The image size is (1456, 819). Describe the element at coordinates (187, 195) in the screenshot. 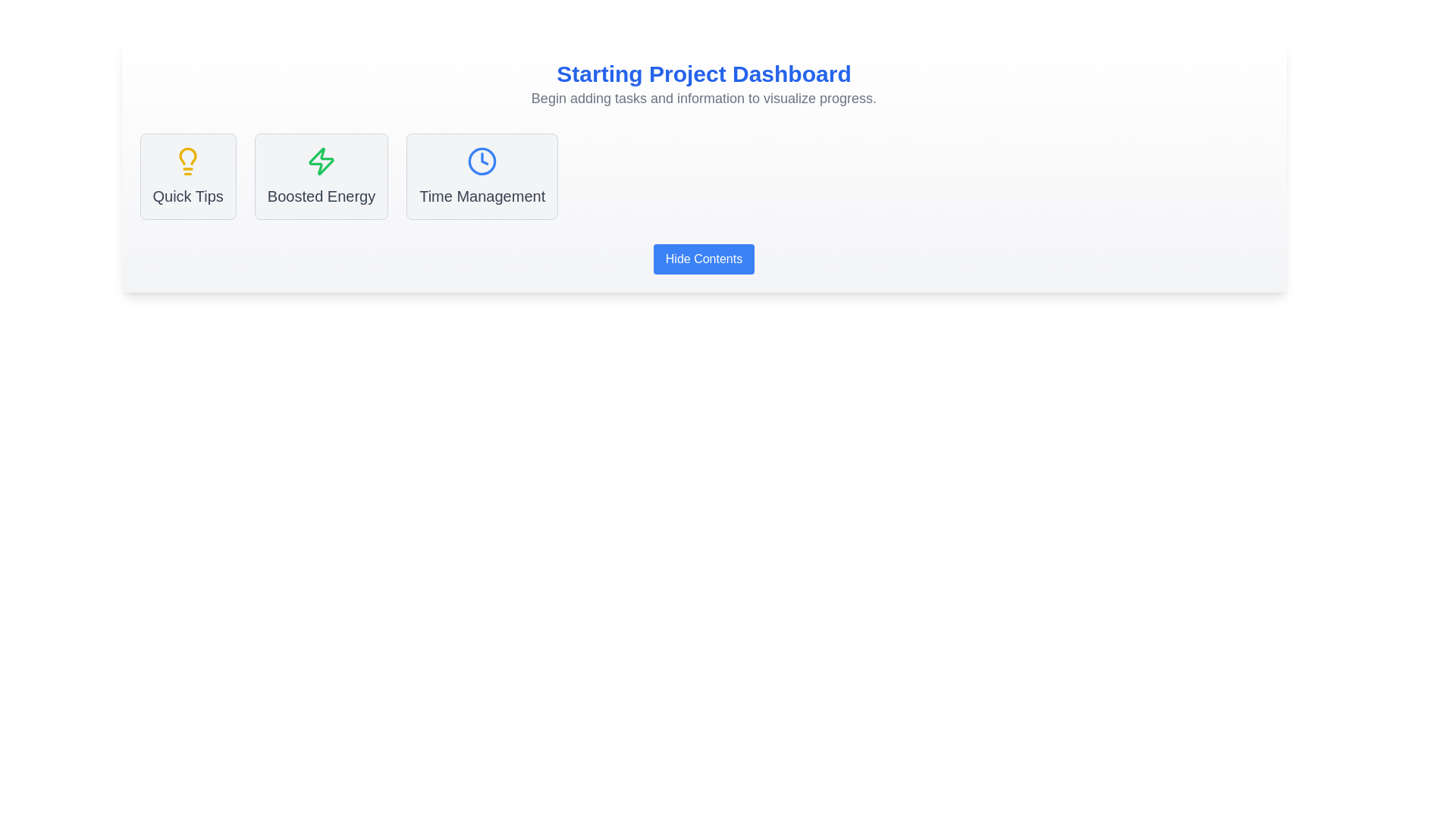

I see `the 'Quick Tips' text label styled in a medium-sized, bold, gray font` at that location.